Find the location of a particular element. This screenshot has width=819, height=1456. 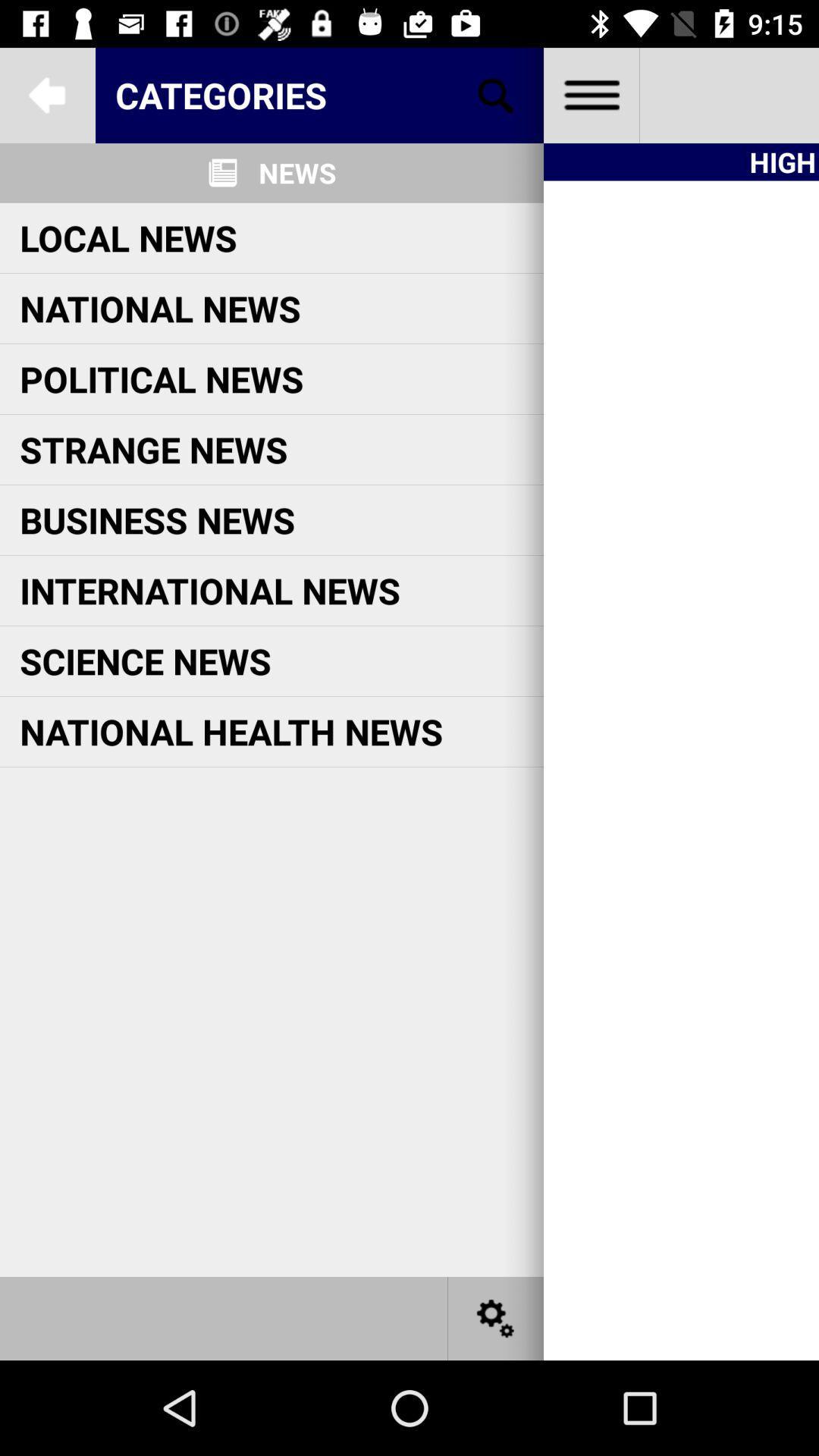

zoom in is located at coordinates (496, 94).